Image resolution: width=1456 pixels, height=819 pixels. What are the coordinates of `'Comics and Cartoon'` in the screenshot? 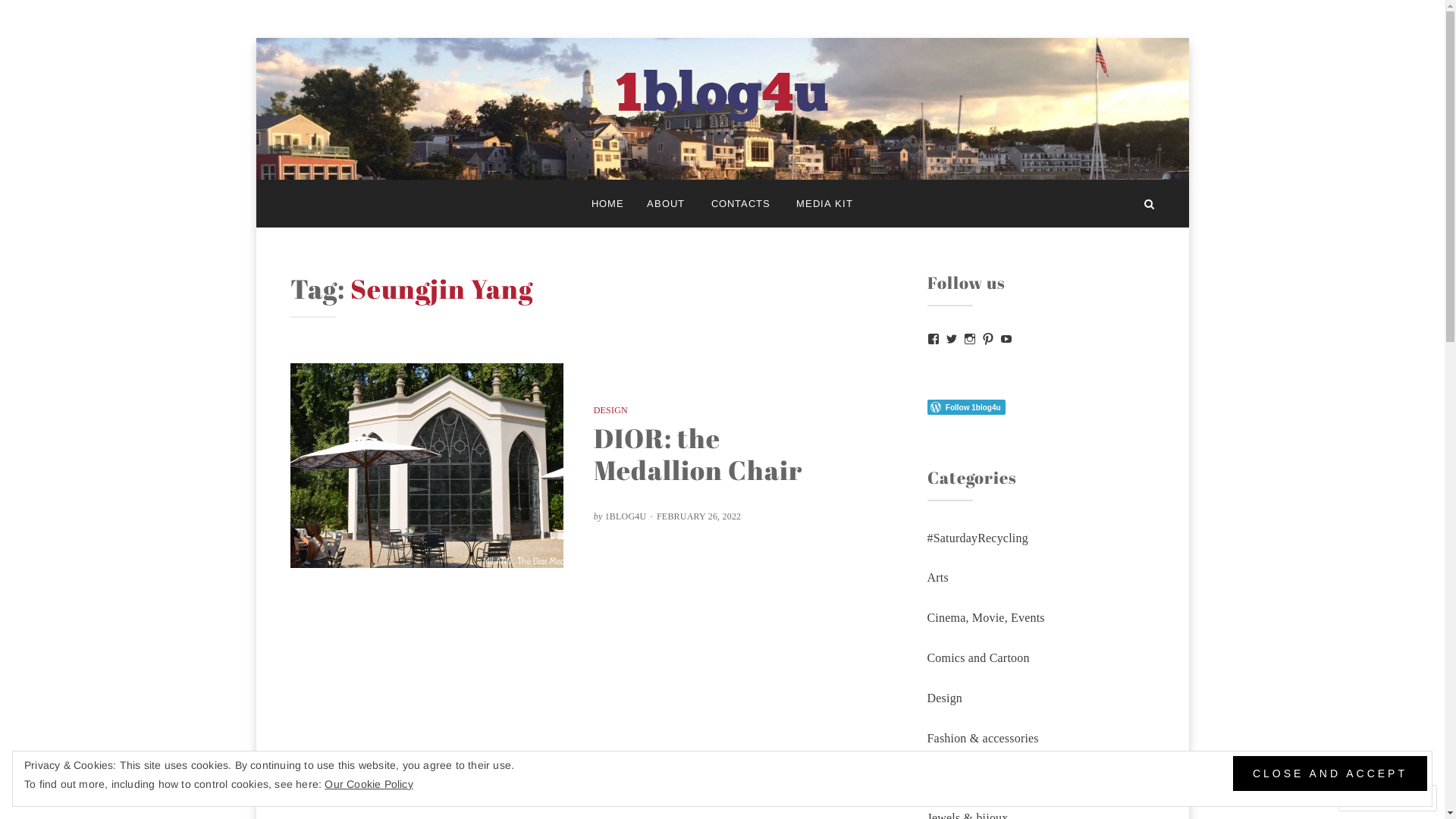 It's located at (977, 657).